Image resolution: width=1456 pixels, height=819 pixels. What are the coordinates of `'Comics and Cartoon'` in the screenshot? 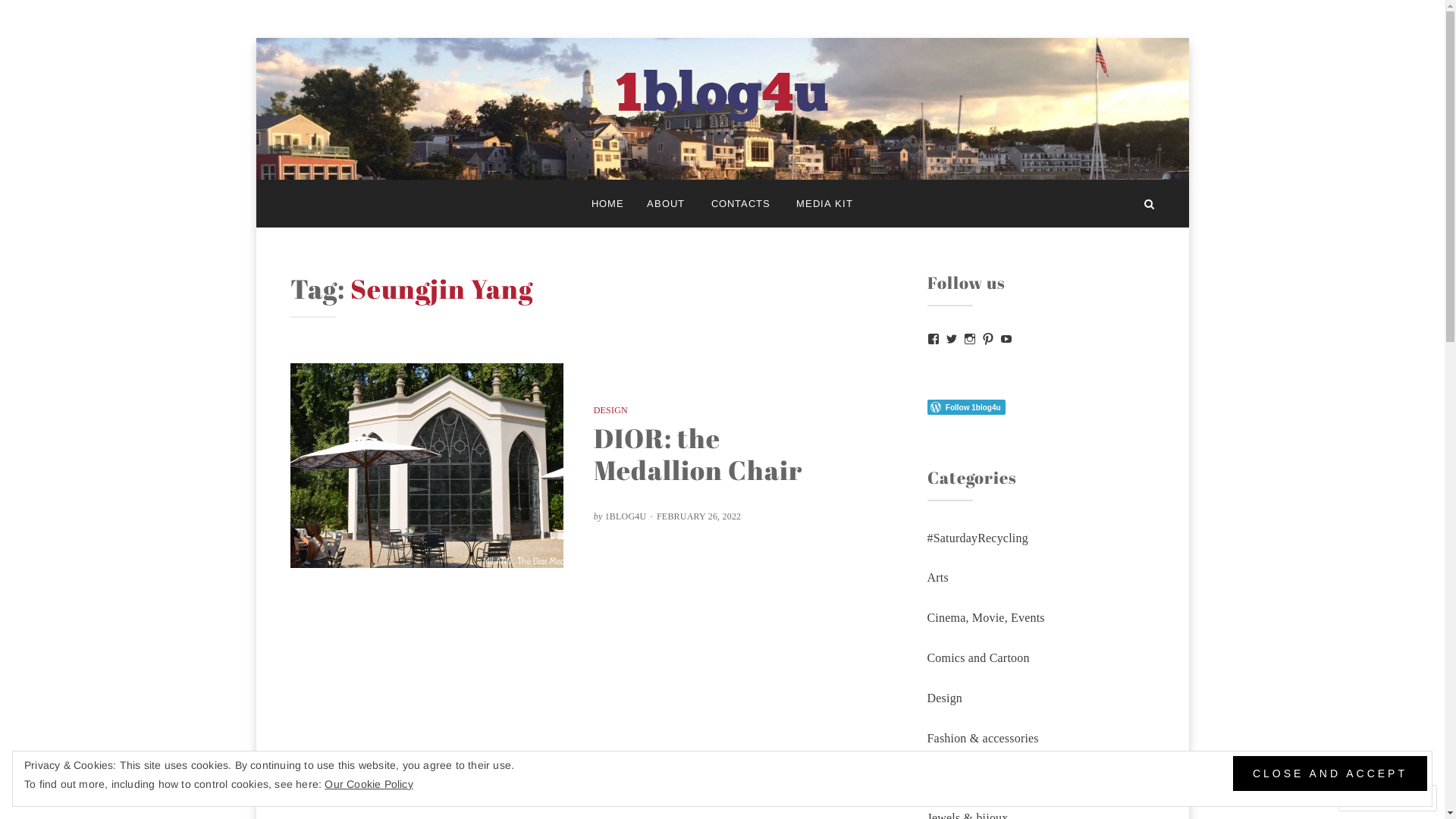 It's located at (977, 657).